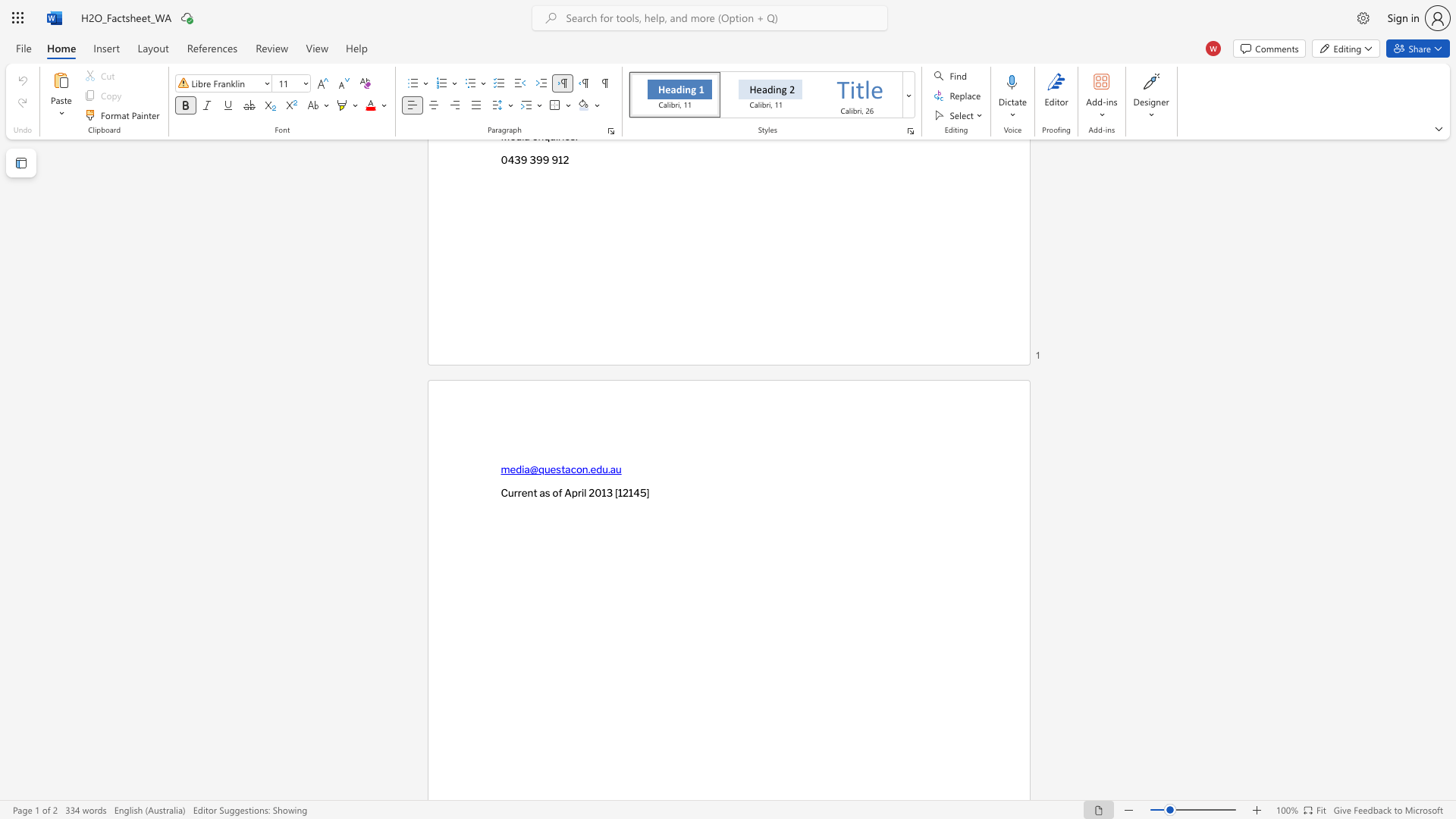 The width and height of the screenshot is (1456, 819). What do you see at coordinates (605, 492) in the screenshot?
I see `the subset text "3 [12145]" within the text "Current as of April 2013 [12145]"` at bounding box center [605, 492].